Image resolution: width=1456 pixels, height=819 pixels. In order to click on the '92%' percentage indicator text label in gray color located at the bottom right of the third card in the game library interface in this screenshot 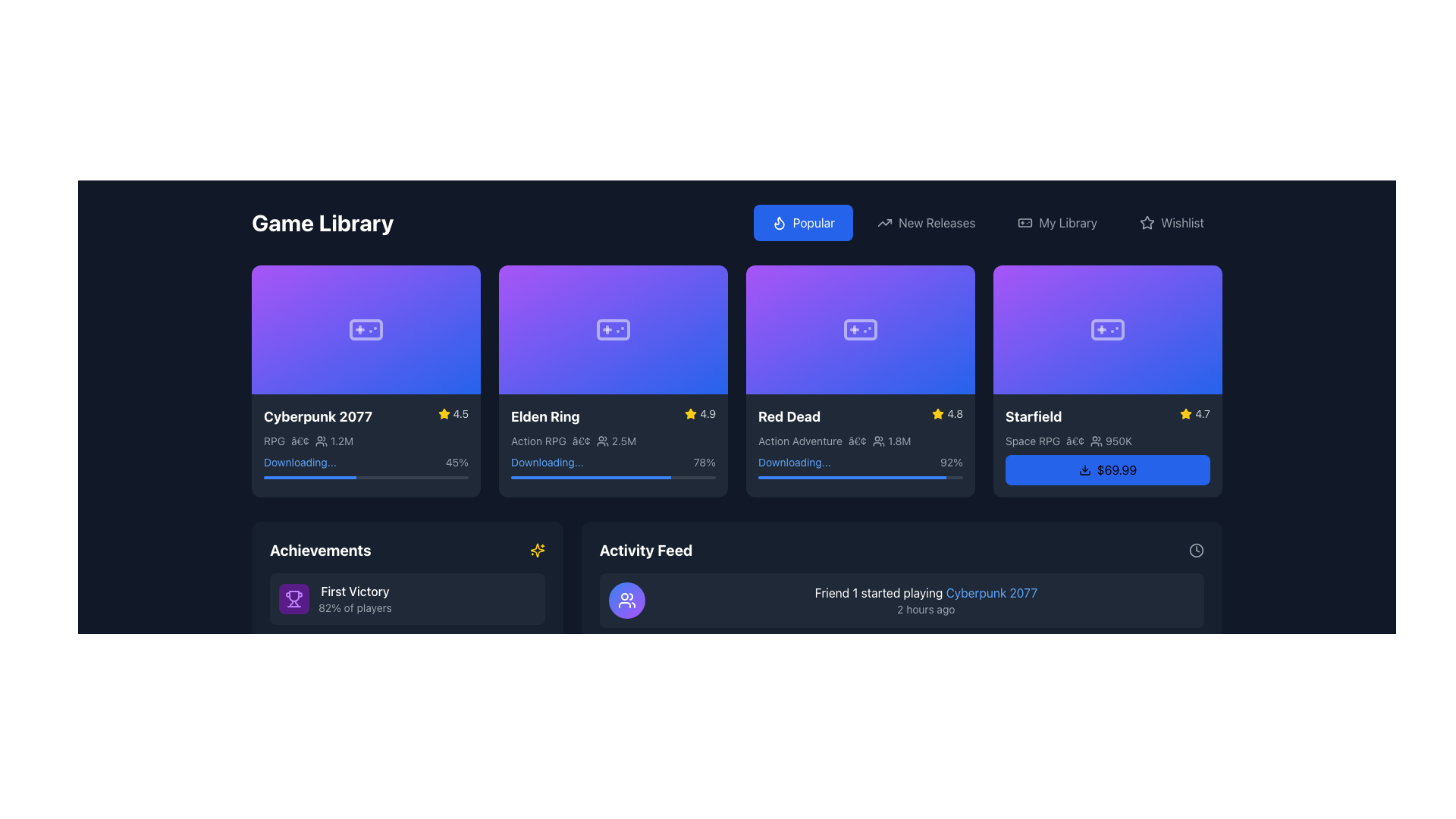, I will do `click(951, 461)`.